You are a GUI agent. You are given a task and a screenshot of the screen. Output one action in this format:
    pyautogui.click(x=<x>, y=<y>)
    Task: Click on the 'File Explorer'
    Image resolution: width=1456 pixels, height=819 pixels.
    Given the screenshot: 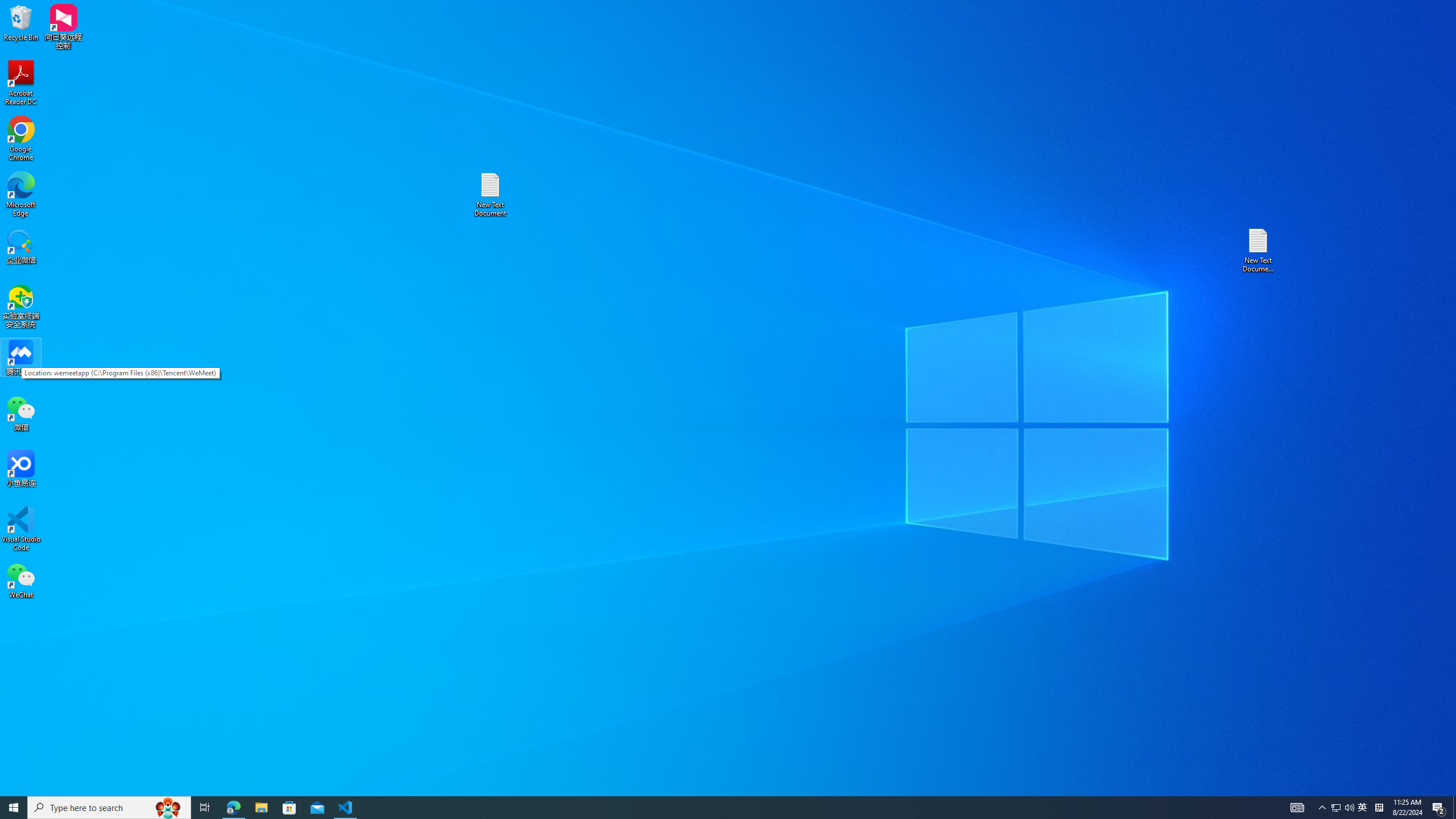 What is the action you would take?
    pyautogui.click(x=260, y=806)
    